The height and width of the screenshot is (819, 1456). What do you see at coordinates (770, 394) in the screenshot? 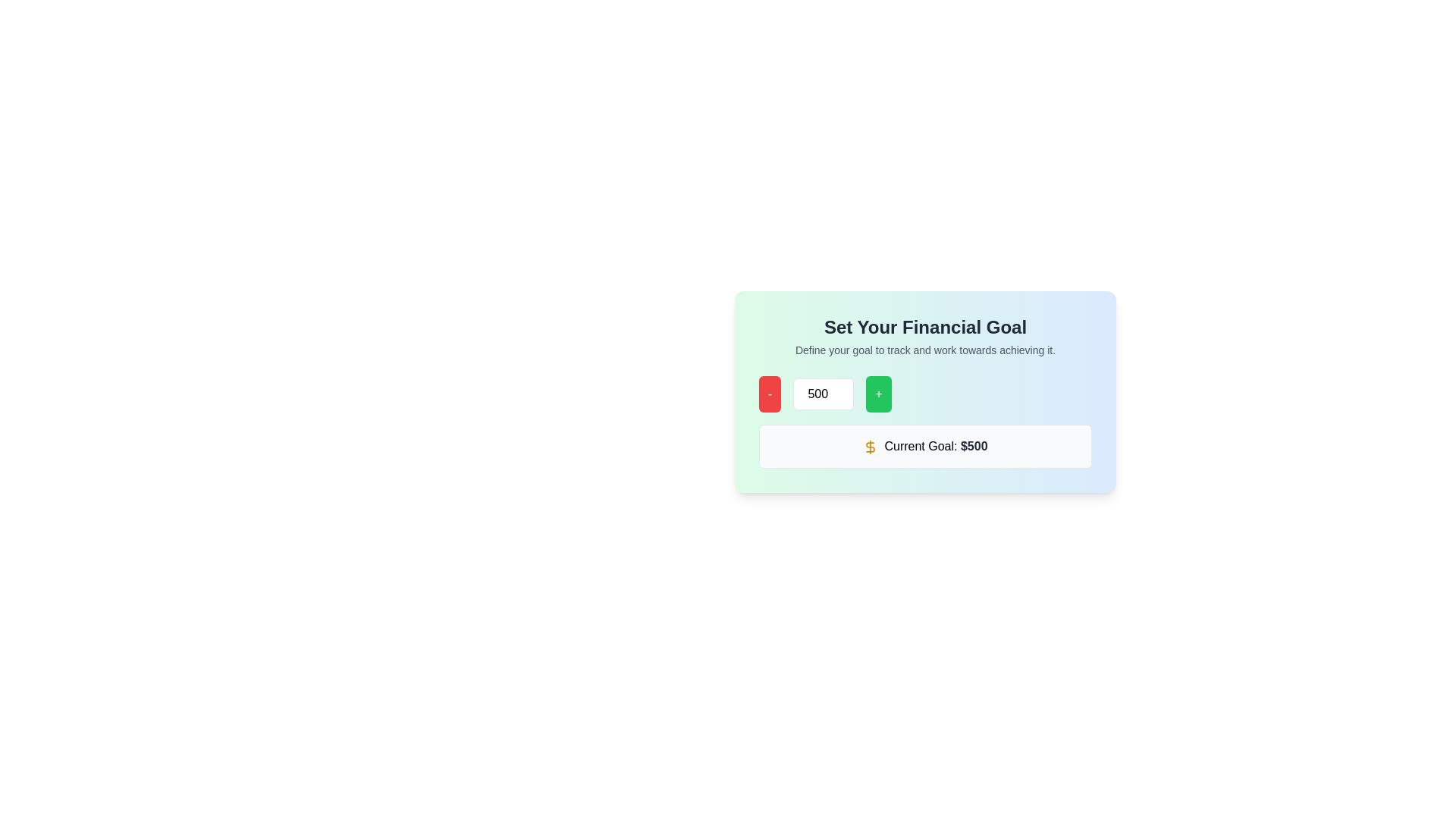
I see `the decrement button located to the left of the number input field to decrease the displayed value` at bounding box center [770, 394].